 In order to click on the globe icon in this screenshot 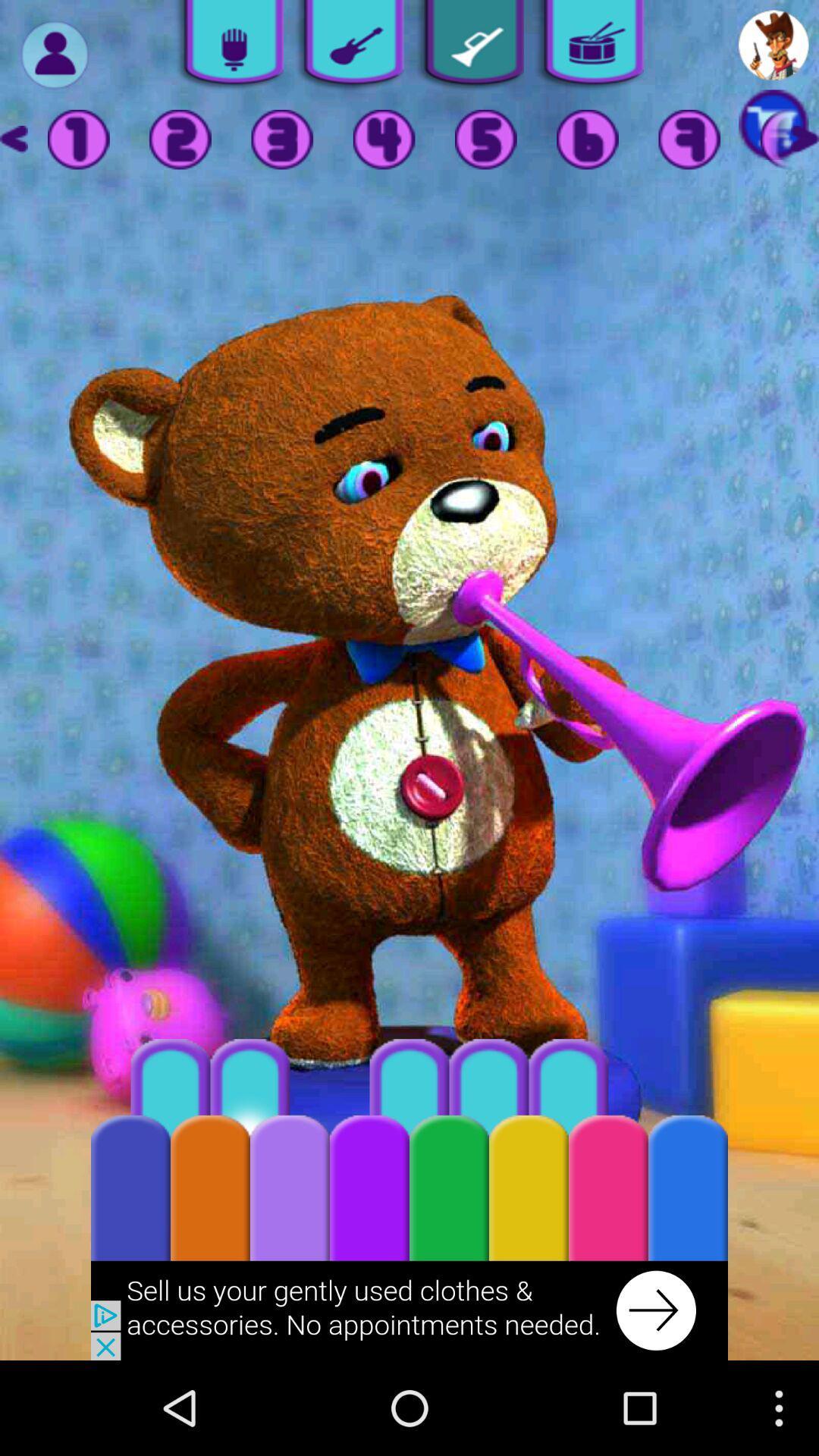, I will do `click(689, 149)`.